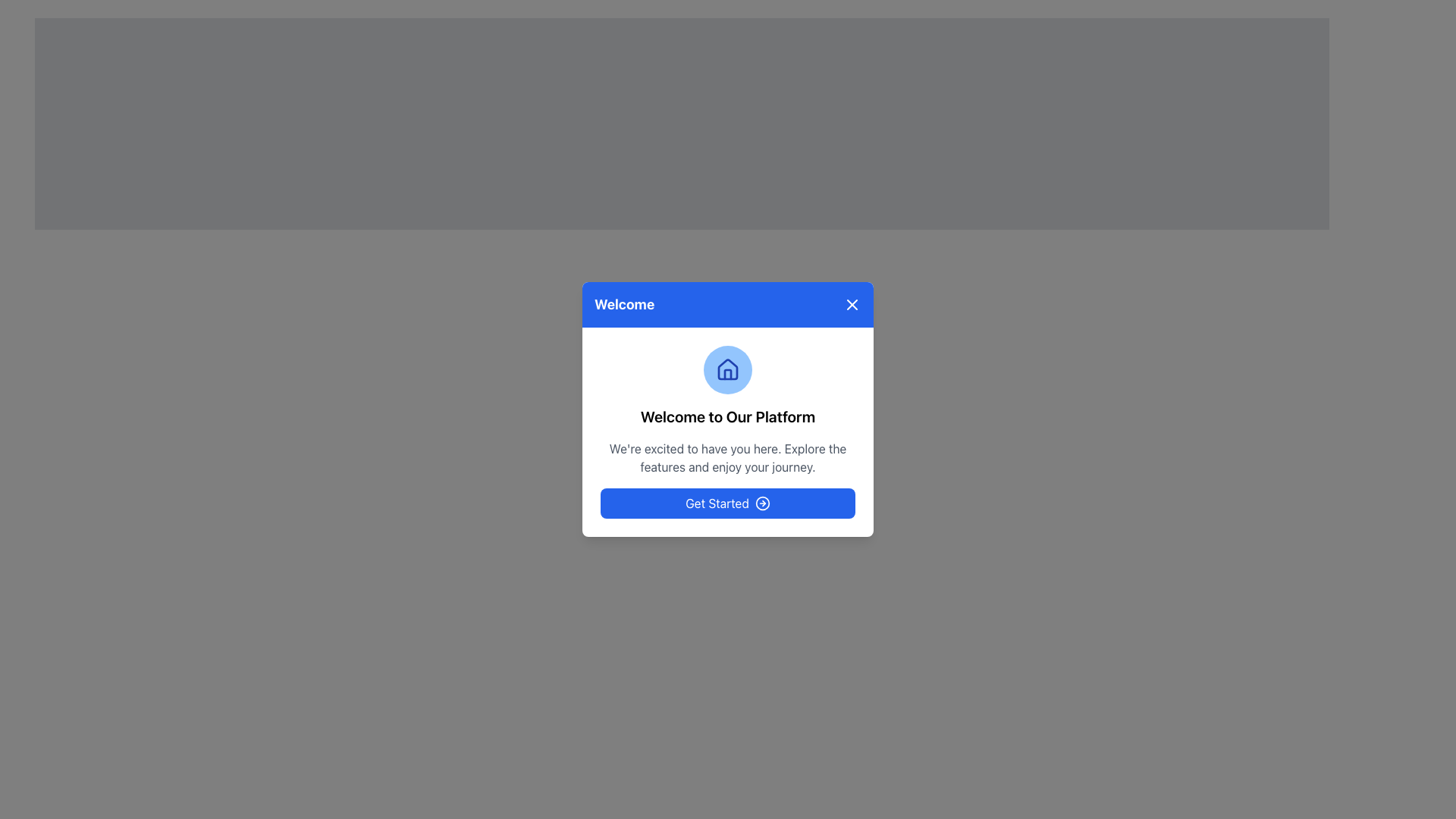  What do you see at coordinates (728, 370) in the screenshot?
I see `the graphical icon representing a home, which is a circular blue icon with a white home symbol, positioned at the top-center of the card interface above the 'Welcome to Our Platform' text and 'Get Started' button` at bounding box center [728, 370].